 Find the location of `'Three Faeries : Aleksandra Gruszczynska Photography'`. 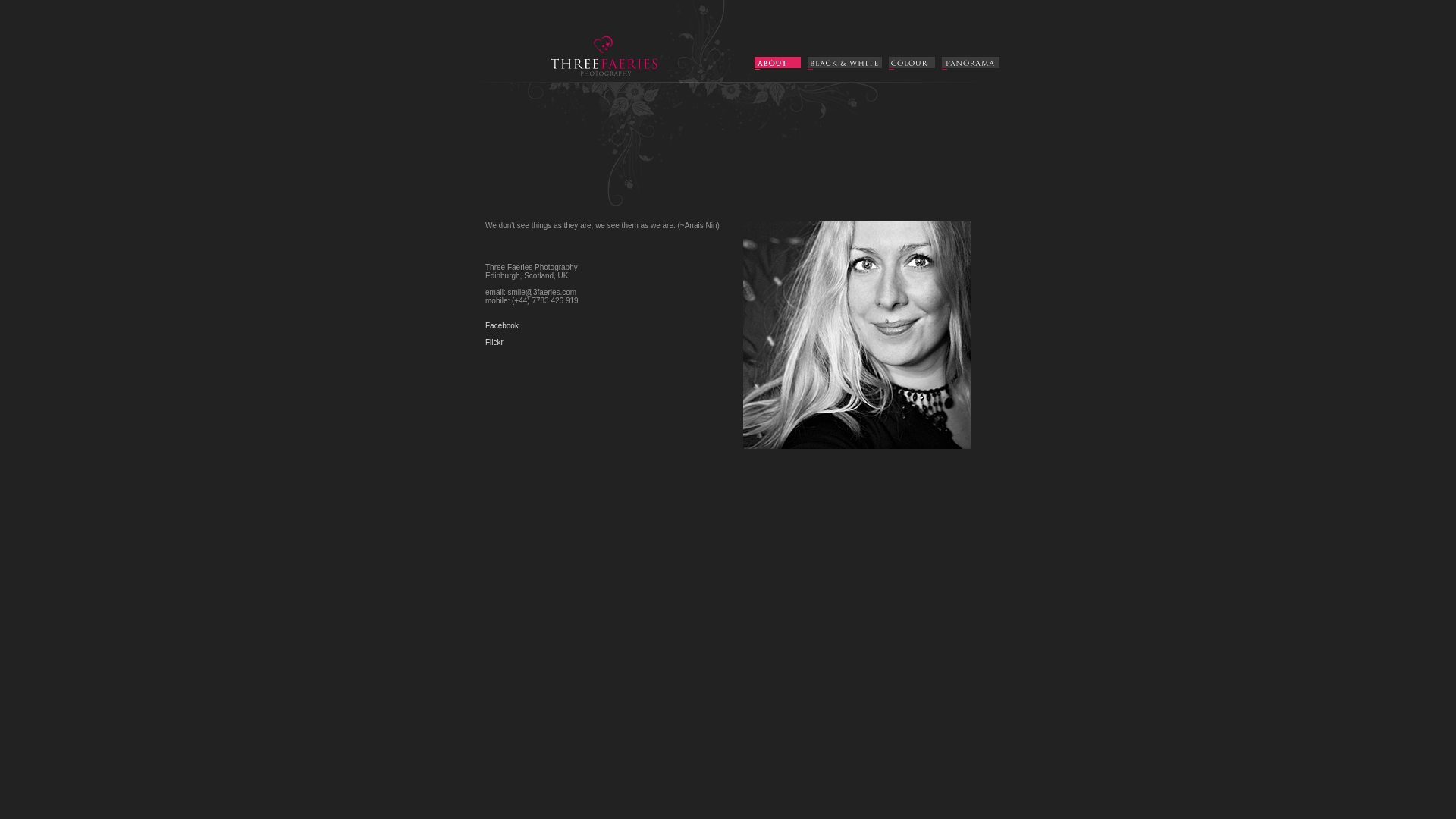

'Three Faeries : Aleksandra Gruszczynska Photography' is located at coordinates (435, 79).